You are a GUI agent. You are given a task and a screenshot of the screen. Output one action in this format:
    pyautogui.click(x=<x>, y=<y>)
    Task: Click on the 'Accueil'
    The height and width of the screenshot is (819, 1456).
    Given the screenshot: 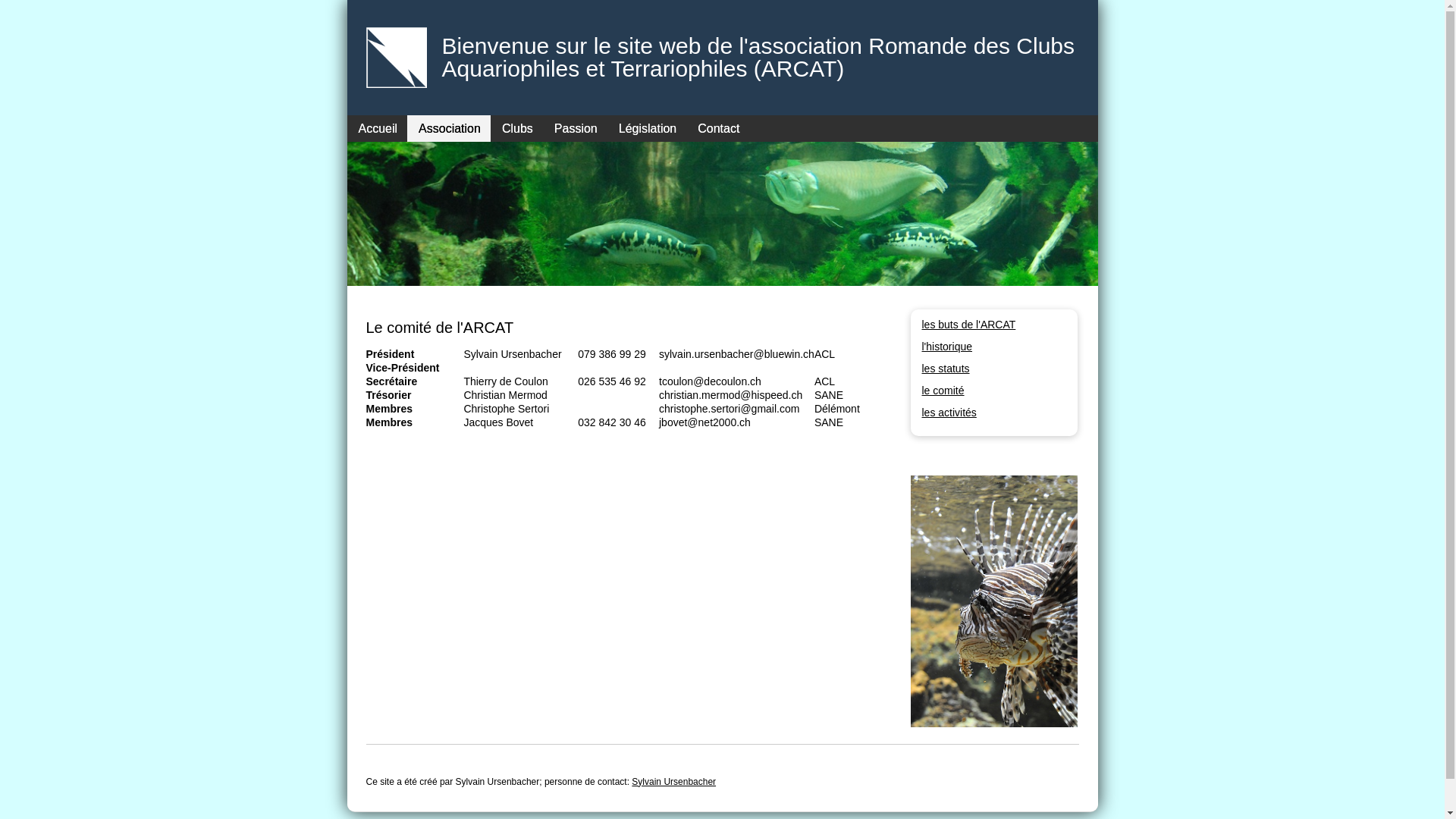 What is the action you would take?
    pyautogui.click(x=378, y=127)
    